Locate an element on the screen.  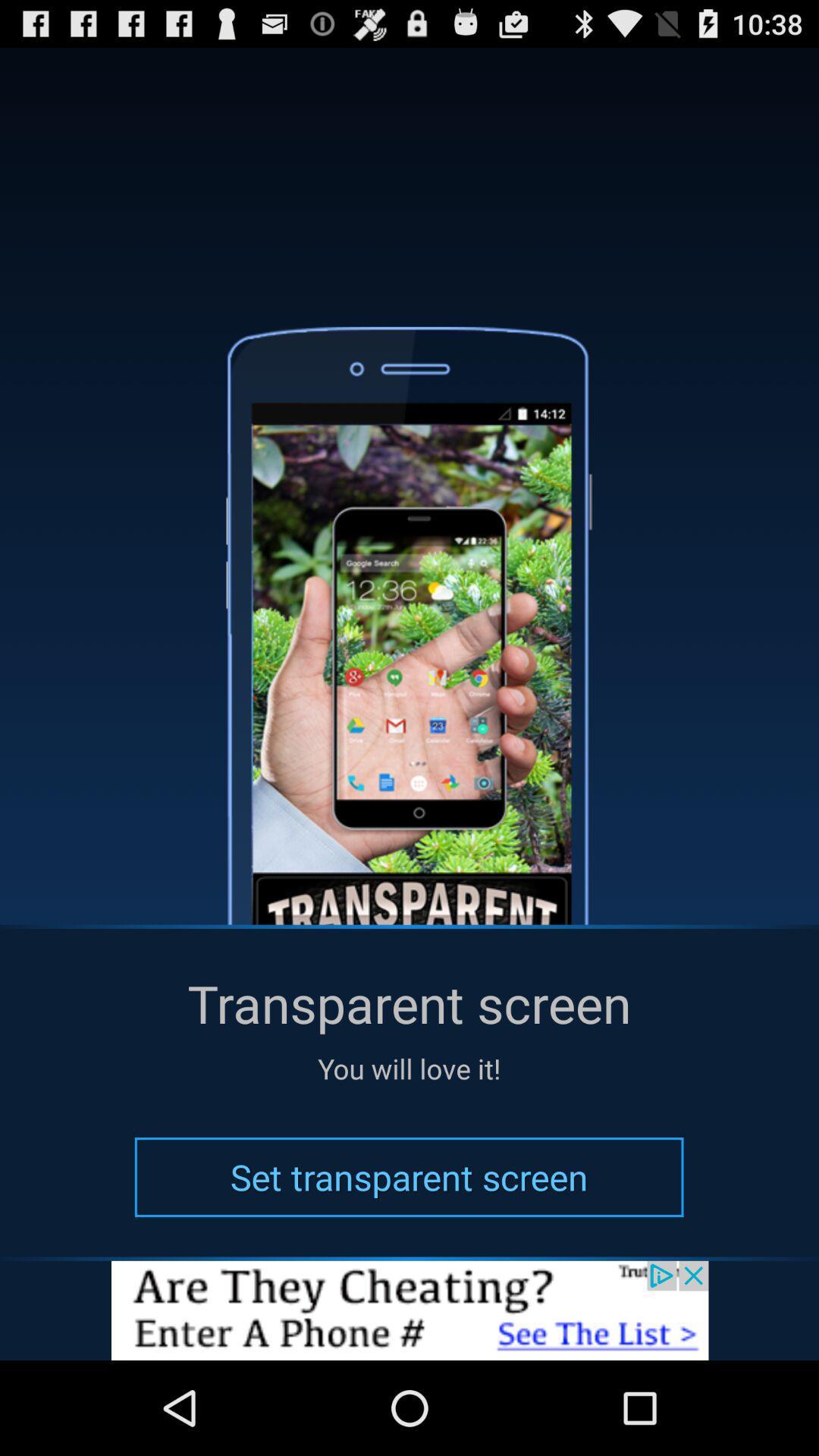
advertisement is located at coordinates (409, 1310).